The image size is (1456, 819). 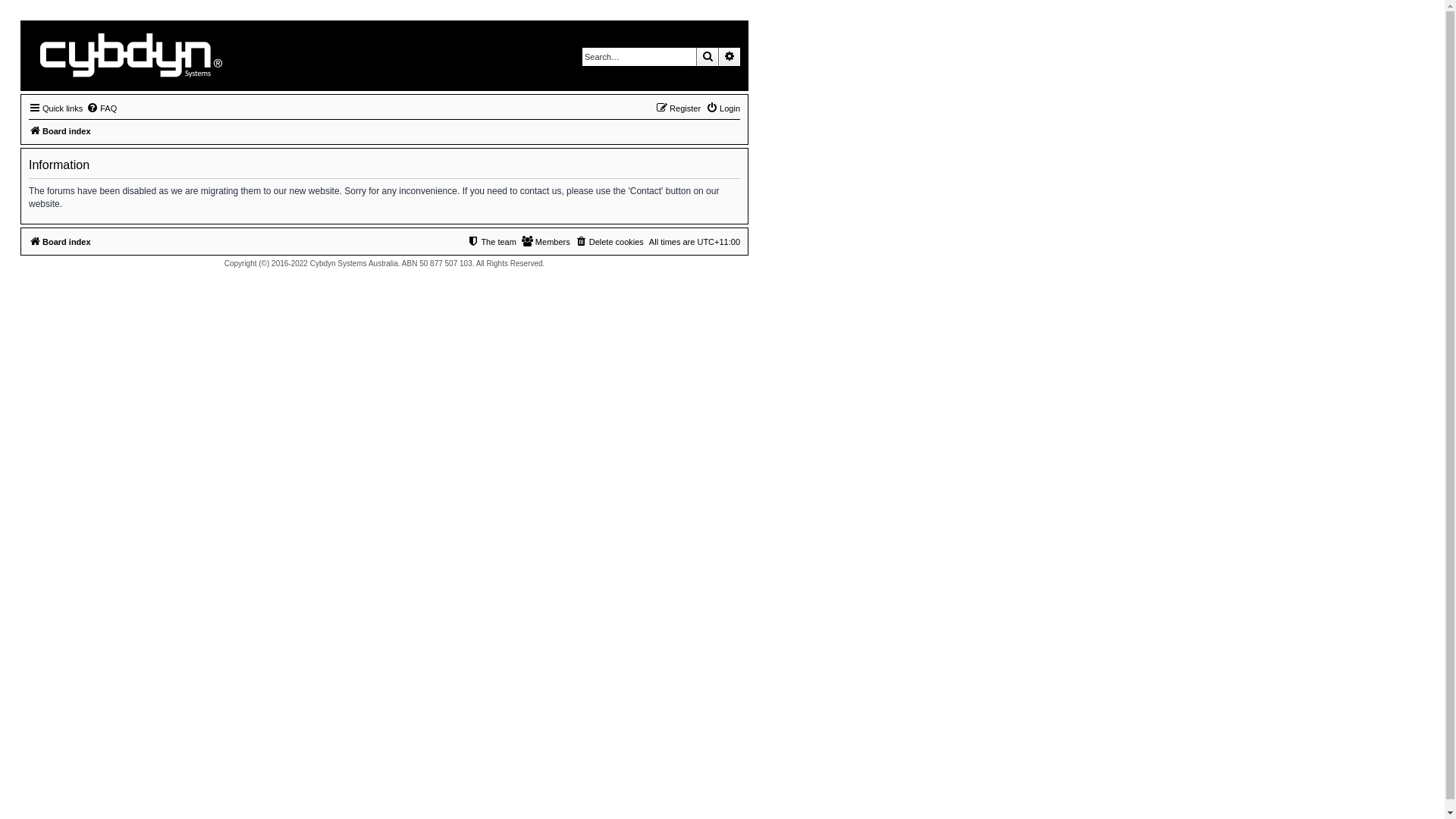 I want to click on 'FAQ', so click(x=101, y=107).